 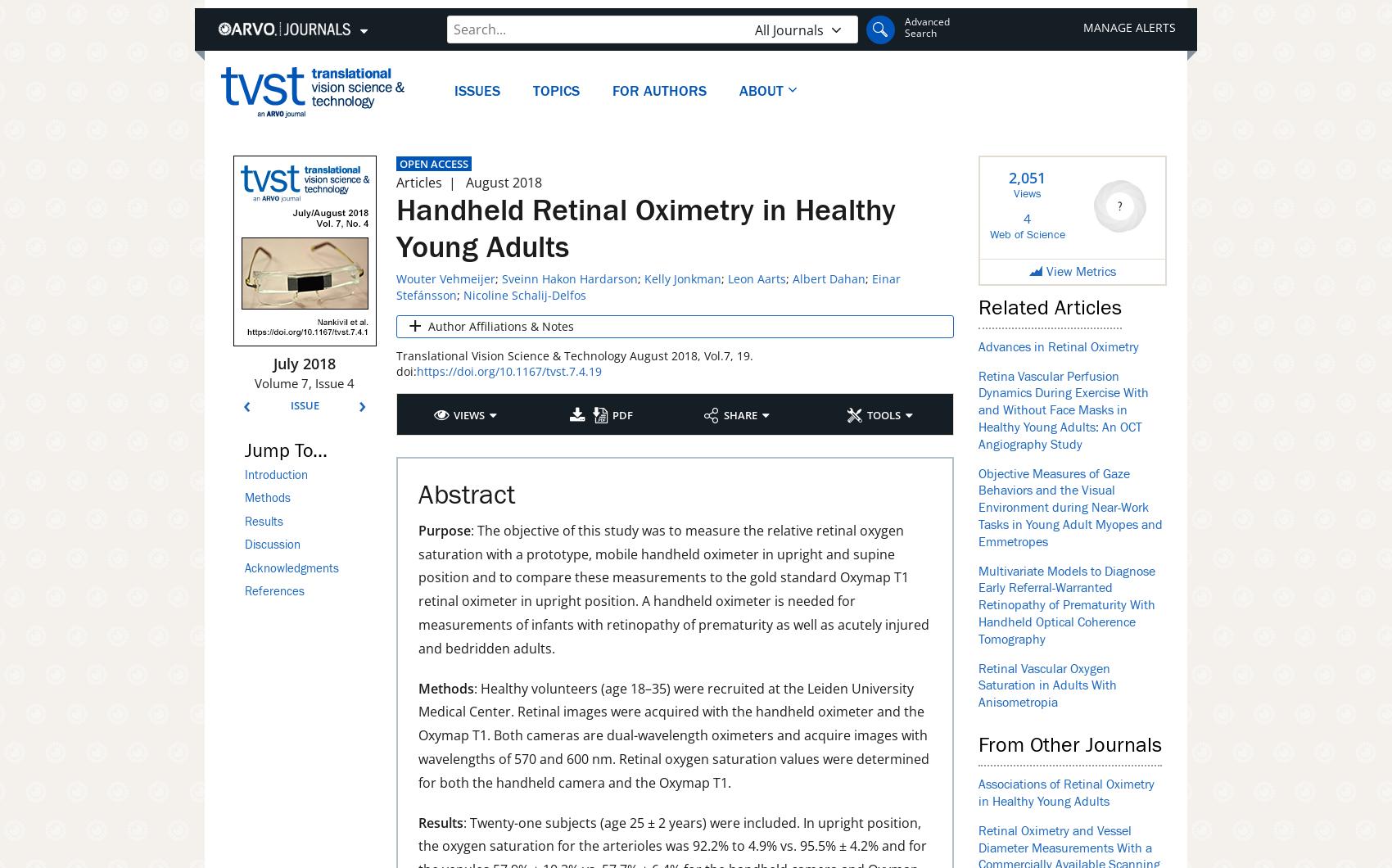 What do you see at coordinates (466, 494) in the screenshot?
I see `'Abstract'` at bounding box center [466, 494].